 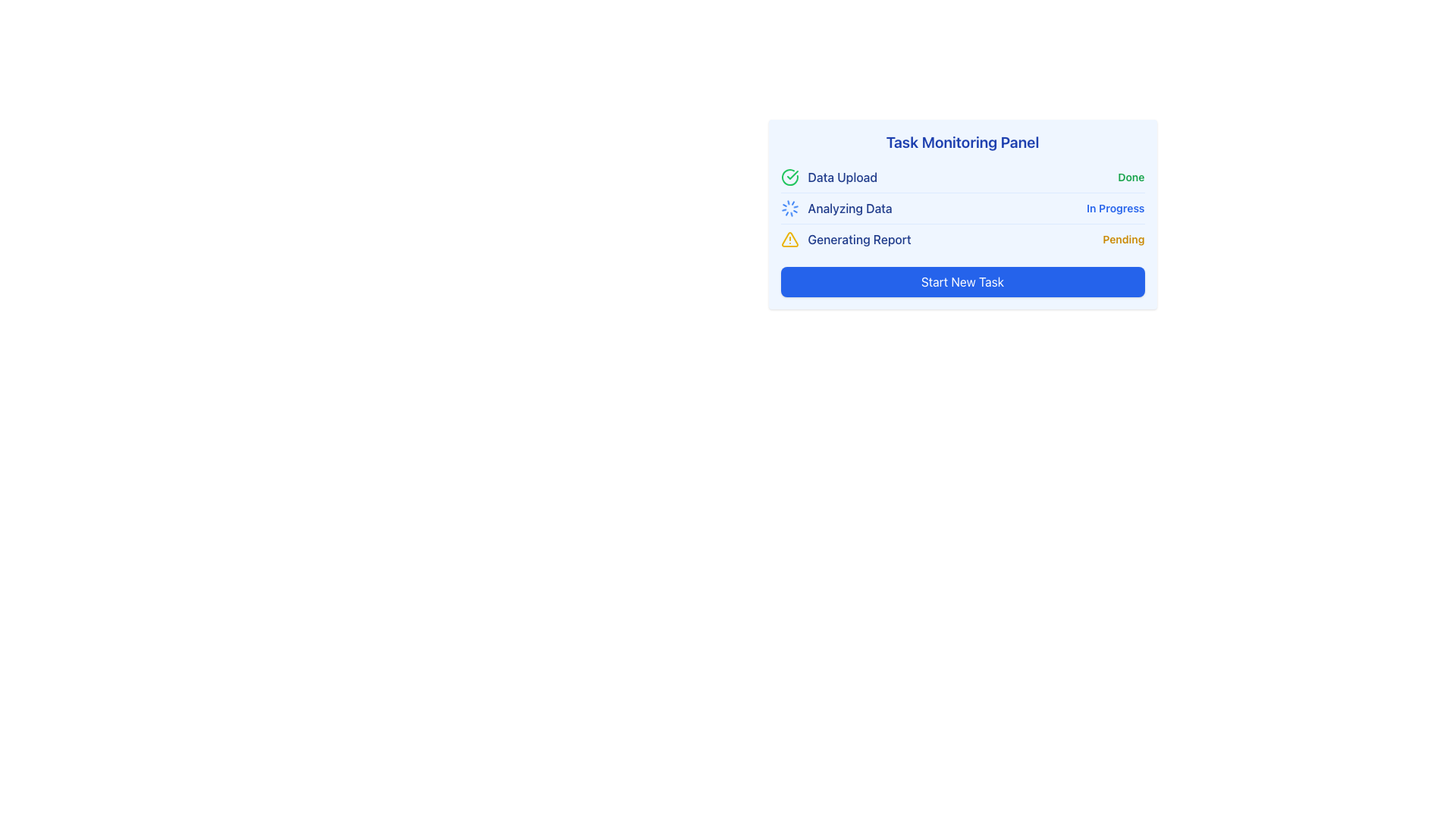 I want to click on the 'Initiate New Task' button located at the bottom of the 'Task Monitoring Panel' for keyboard navigation, so click(x=962, y=281).